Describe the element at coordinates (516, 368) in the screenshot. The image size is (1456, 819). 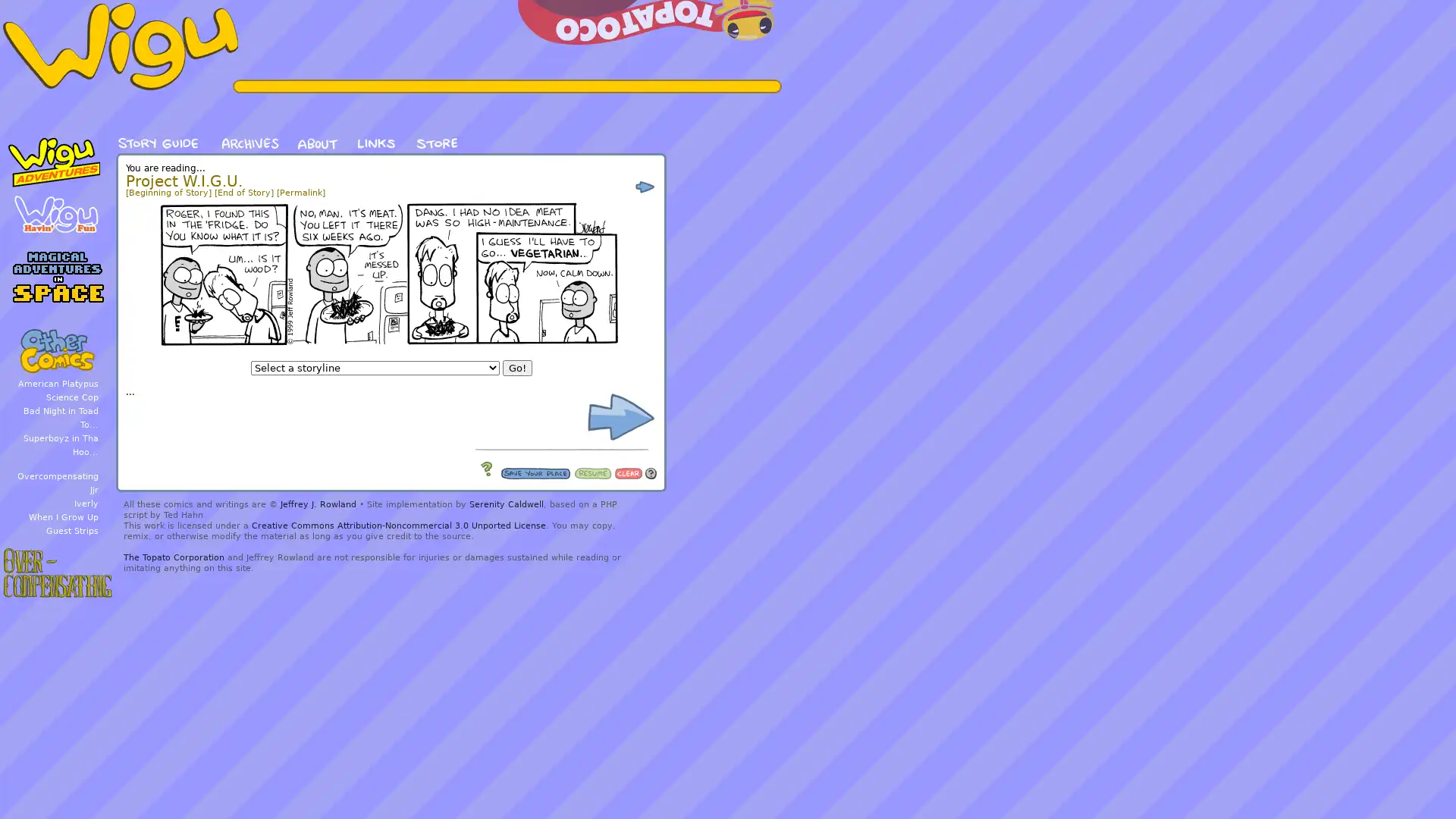
I see `Go!` at that location.